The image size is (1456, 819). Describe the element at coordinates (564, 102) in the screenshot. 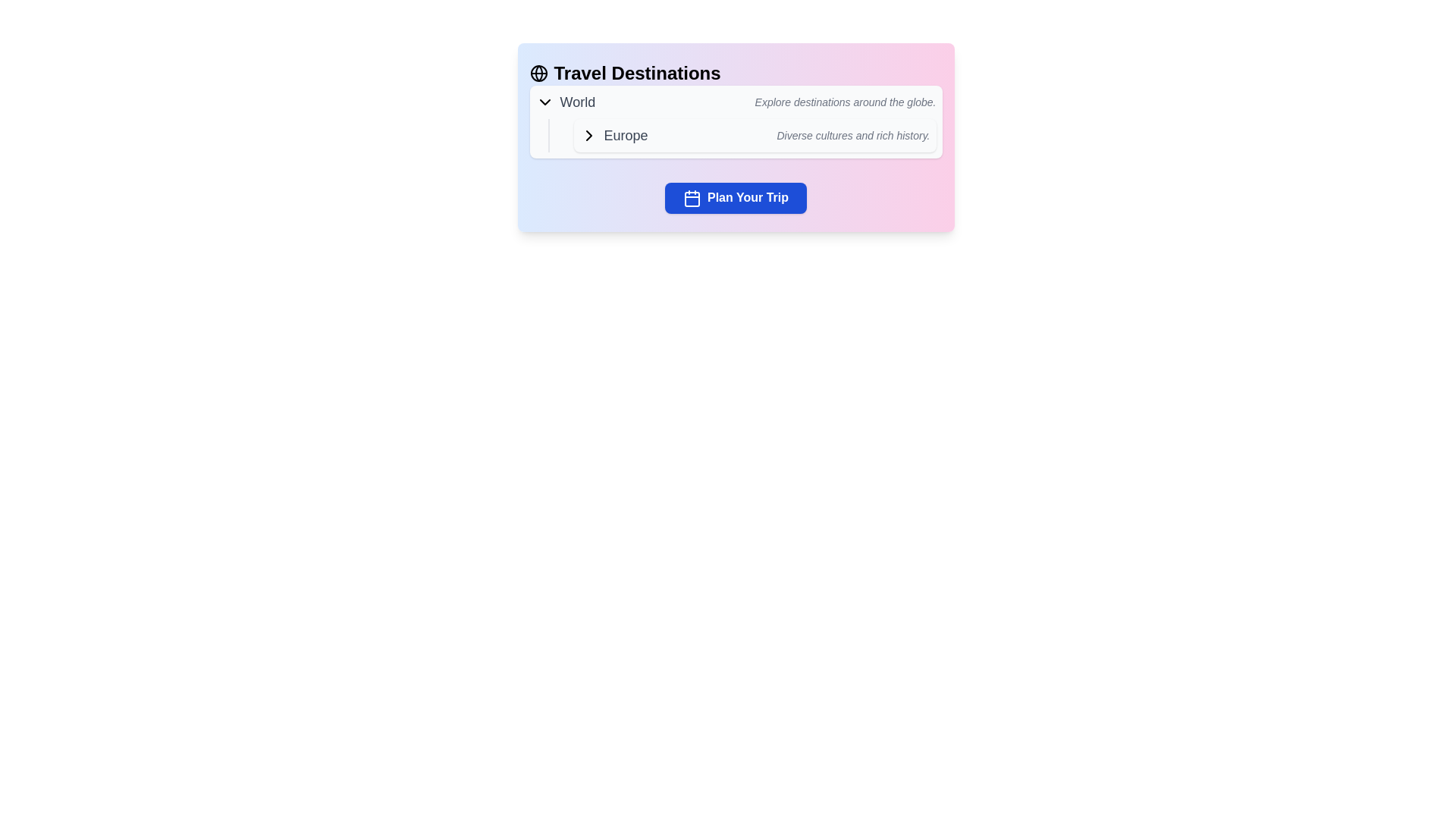

I see `the label for the dropdown component associated with 'Travel Destinations'` at that location.